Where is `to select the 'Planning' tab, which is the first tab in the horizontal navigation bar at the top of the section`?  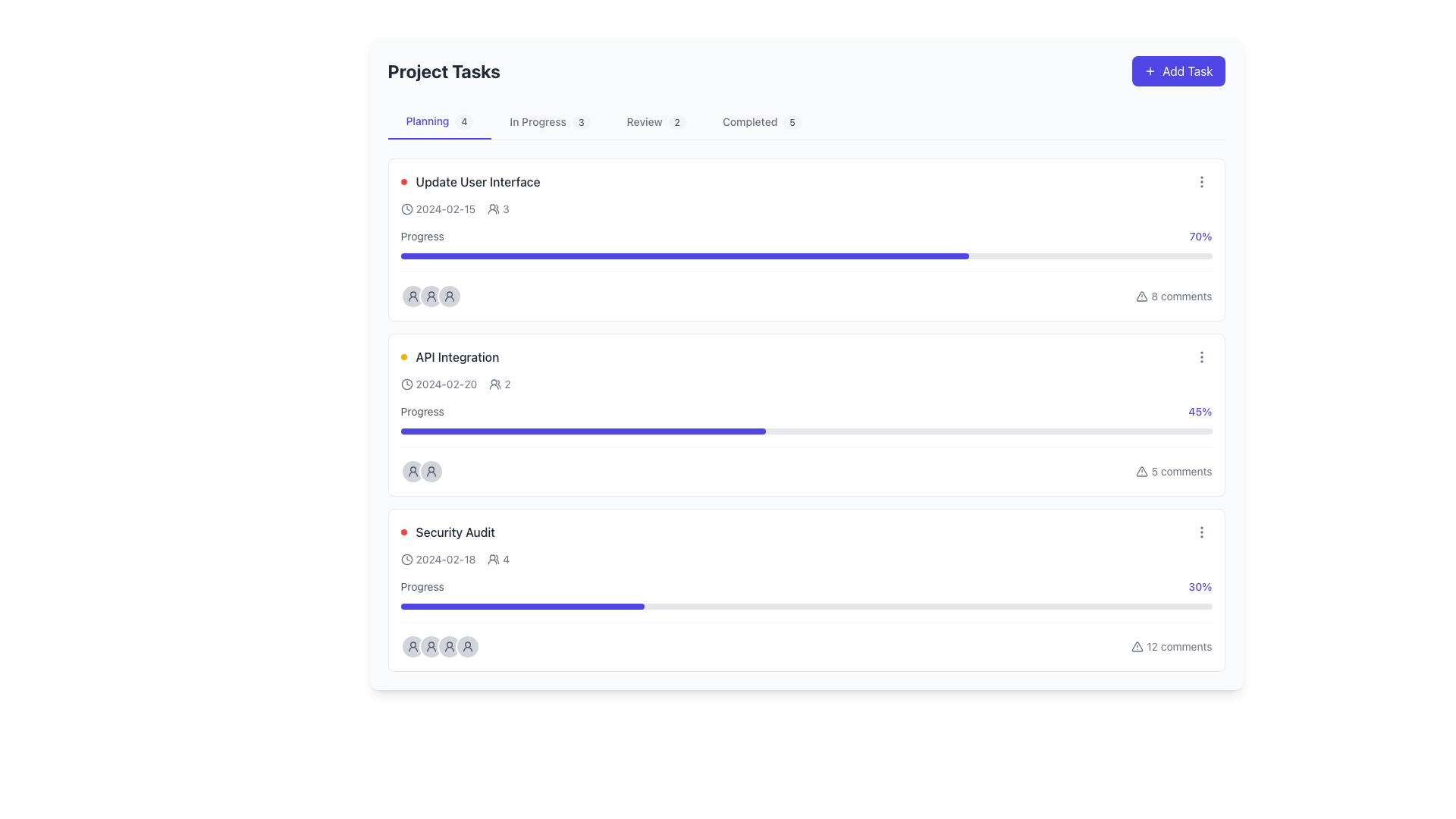 to select the 'Planning' tab, which is the first tab in the horizontal navigation bar at the top of the section is located at coordinates (439, 121).